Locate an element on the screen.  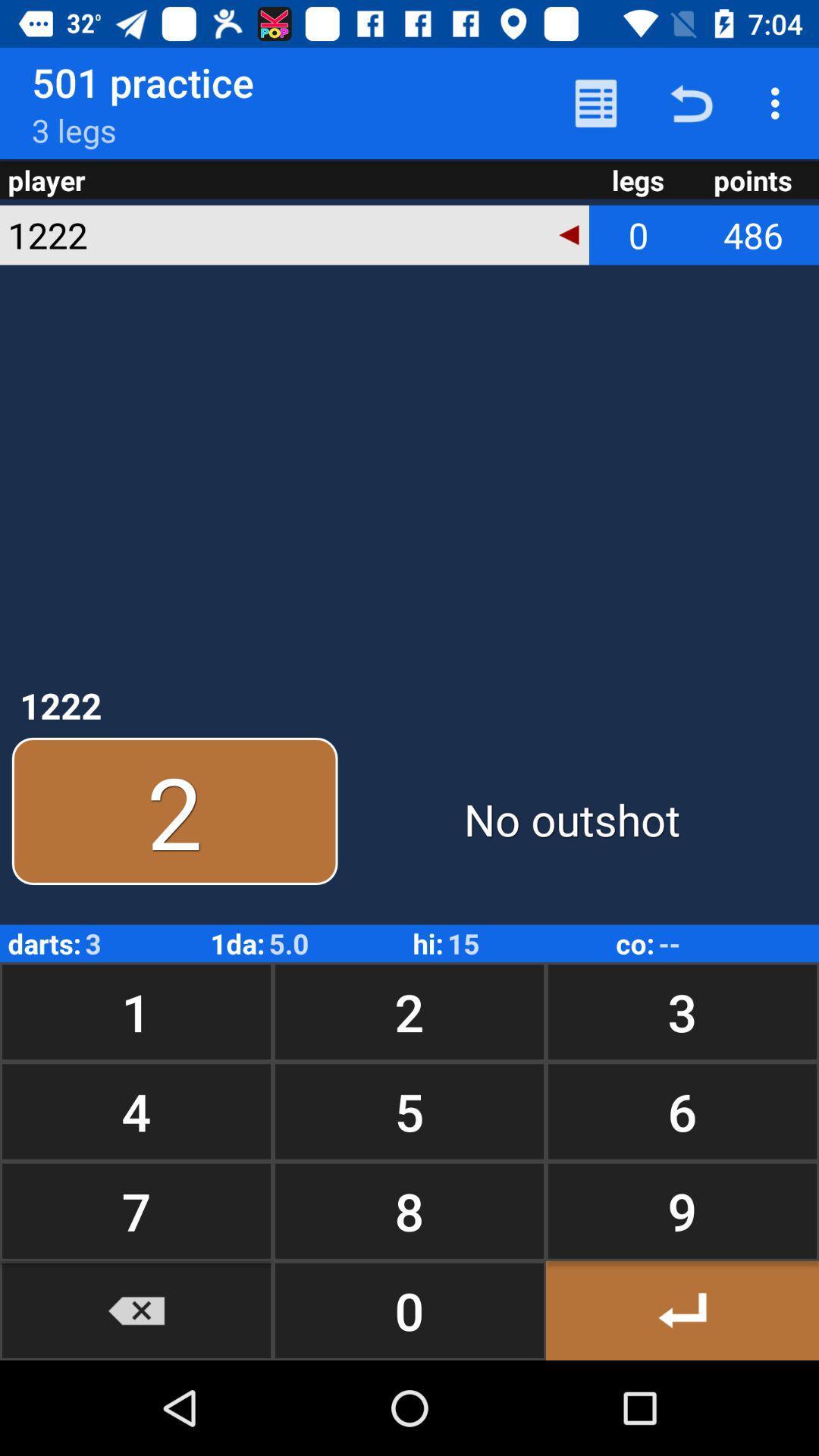
item next to 8 icon is located at coordinates (681, 1310).